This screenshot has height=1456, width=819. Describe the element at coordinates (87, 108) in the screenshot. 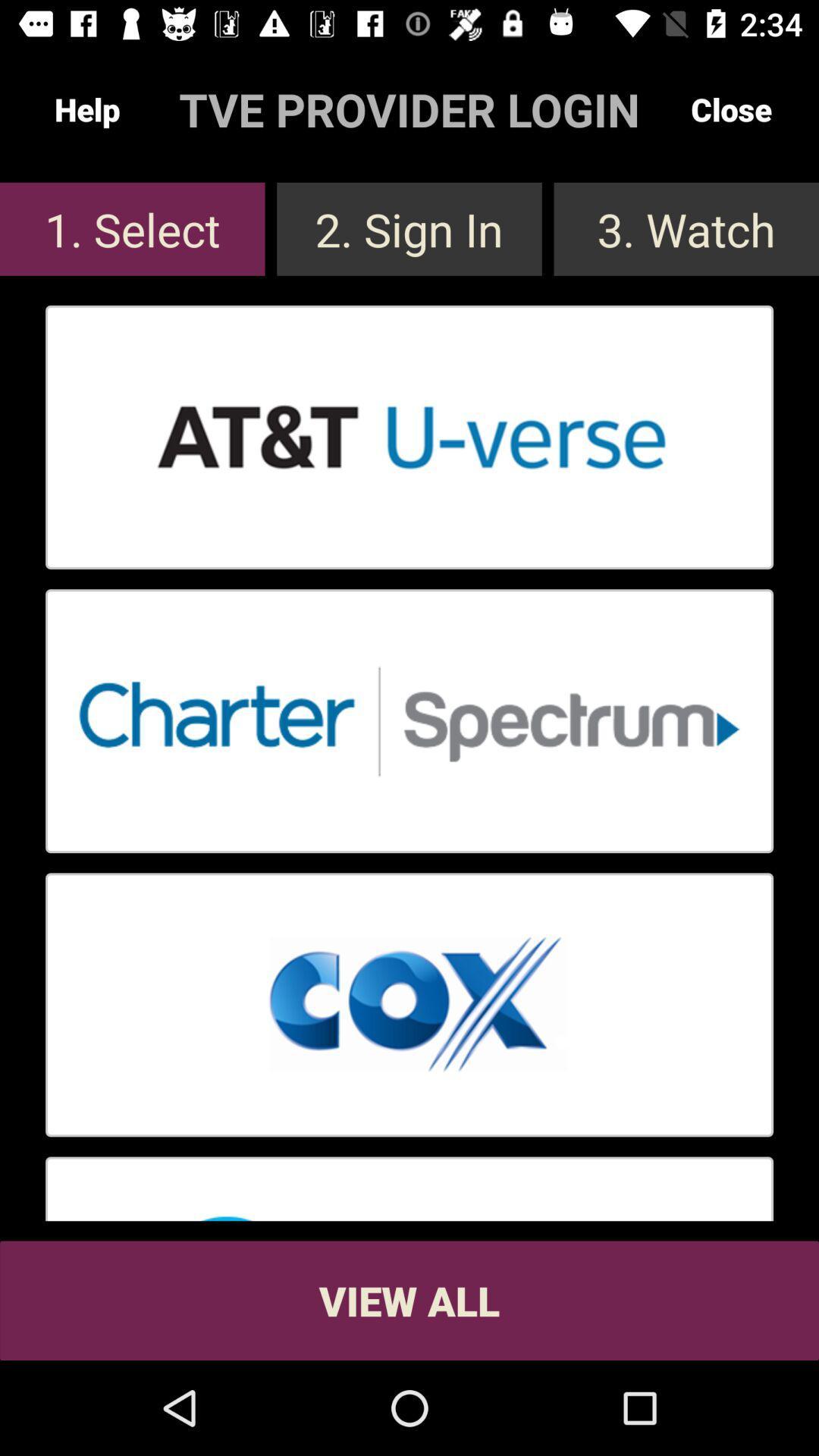

I see `the item above the 1. select app` at that location.